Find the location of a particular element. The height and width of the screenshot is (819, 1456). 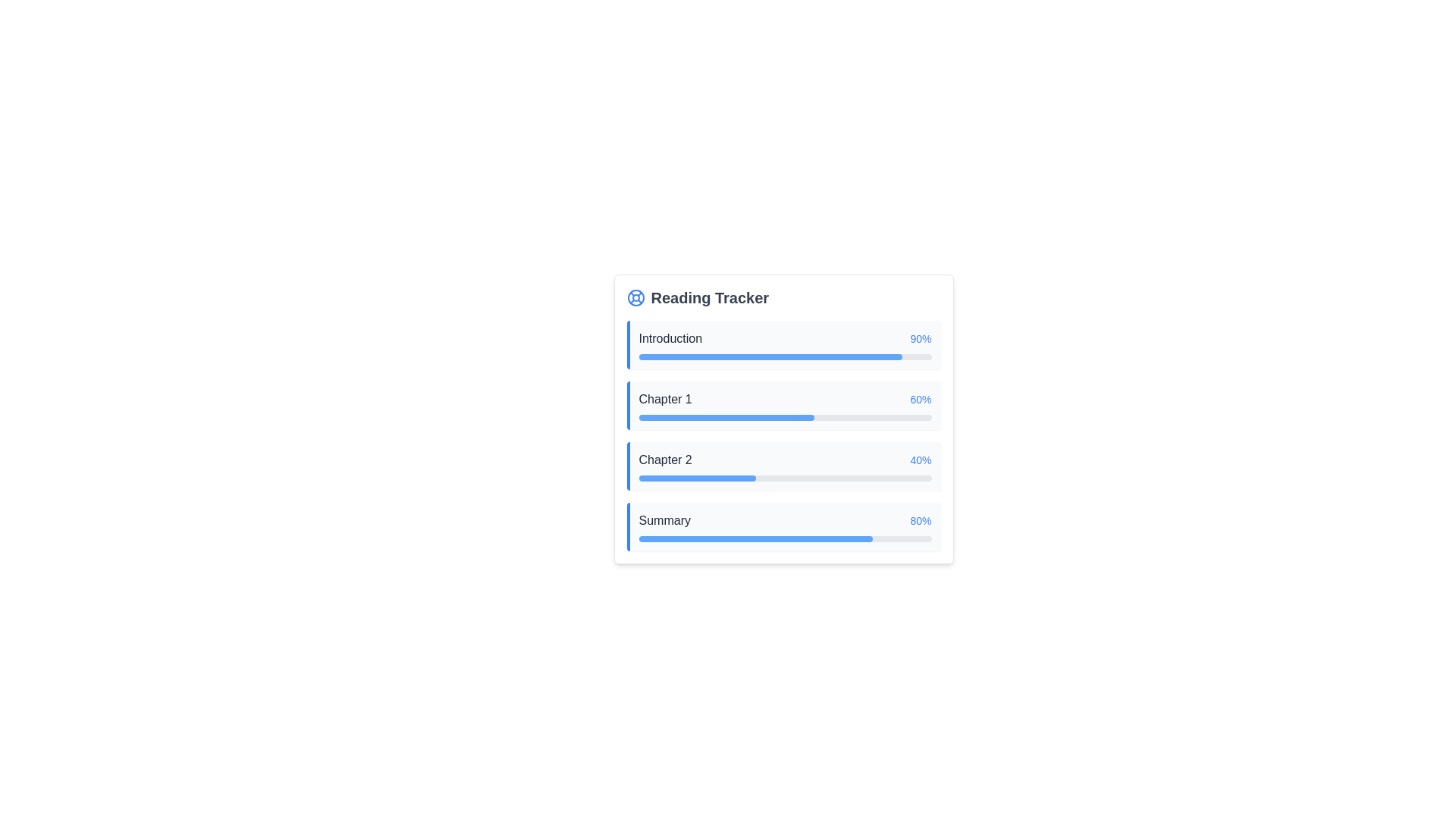

styles of the Progress Bar fill segment indicating 90% completion of the 'Introduction' chapter in the 'Reading Tracker' section using development tools is located at coordinates (770, 356).